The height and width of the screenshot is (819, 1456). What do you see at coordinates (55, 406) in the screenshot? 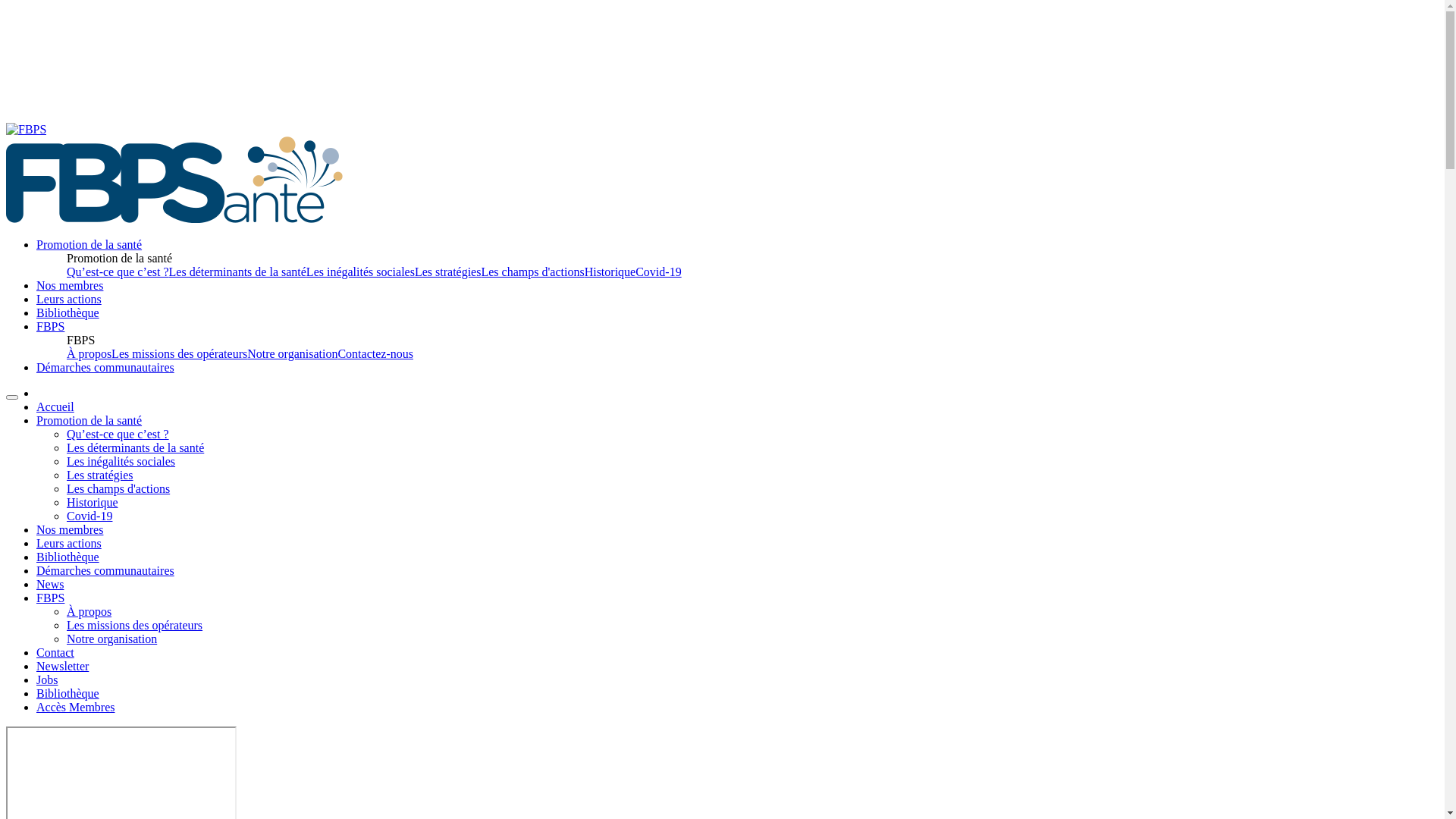
I see `'Accueil'` at bounding box center [55, 406].